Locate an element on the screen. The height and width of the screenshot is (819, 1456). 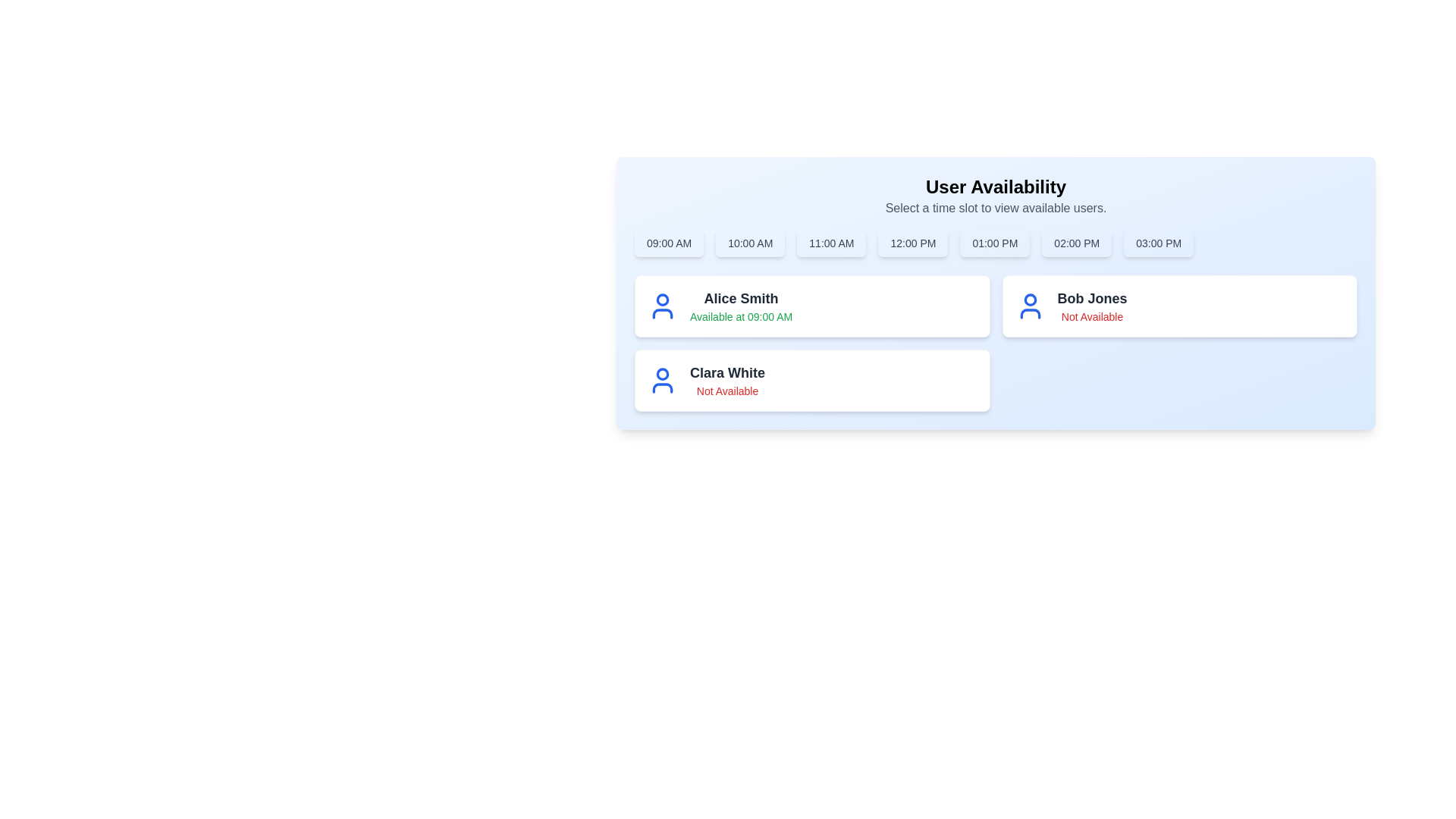
the '01:00 PM' button, which is the fifth button in the time slot row under the 'User Availability' header is located at coordinates (995, 242).